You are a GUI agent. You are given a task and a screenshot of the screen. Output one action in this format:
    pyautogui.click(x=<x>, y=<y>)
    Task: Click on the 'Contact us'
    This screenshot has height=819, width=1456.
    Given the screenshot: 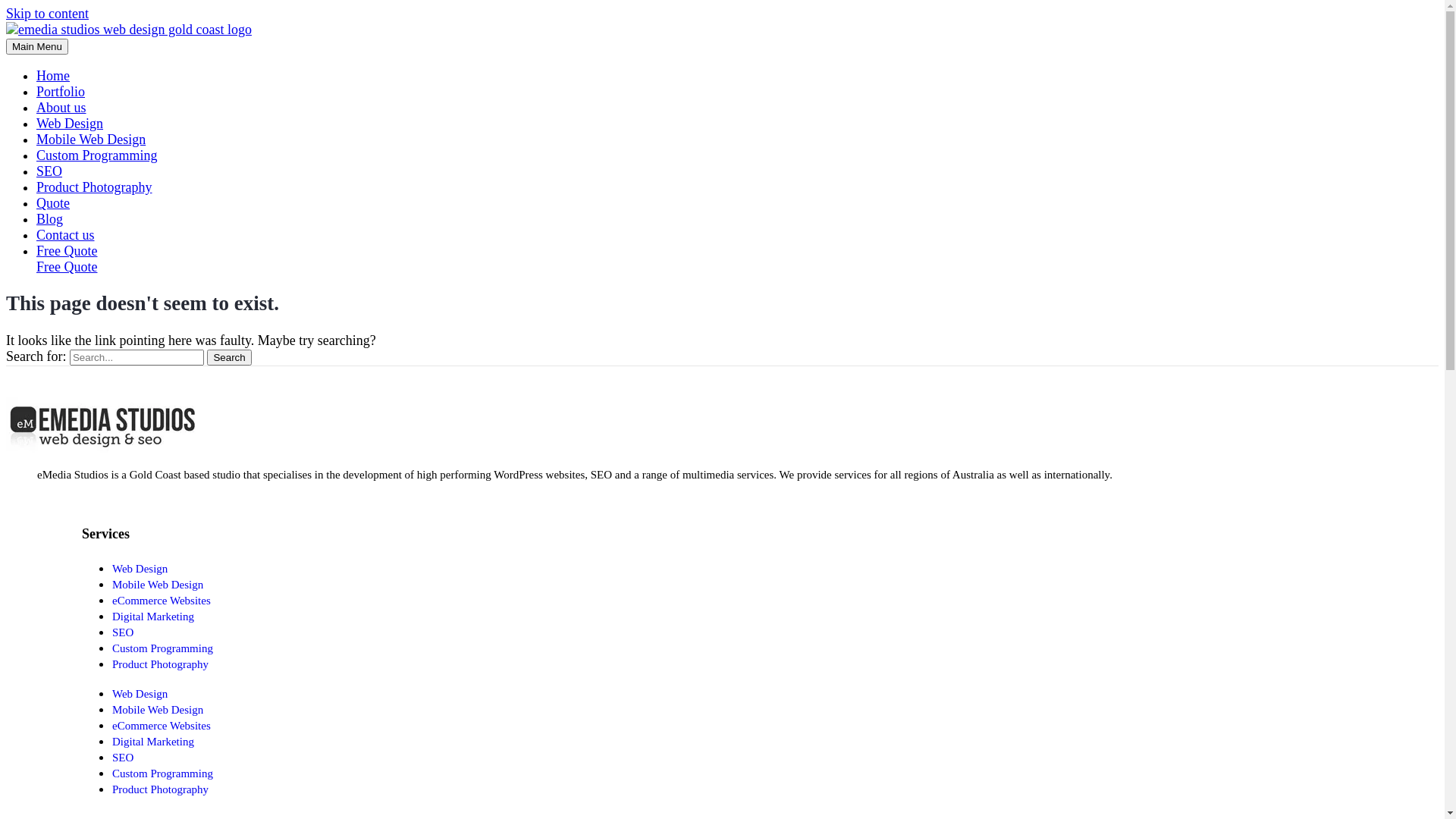 What is the action you would take?
    pyautogui.click(x=64, y=234)
    